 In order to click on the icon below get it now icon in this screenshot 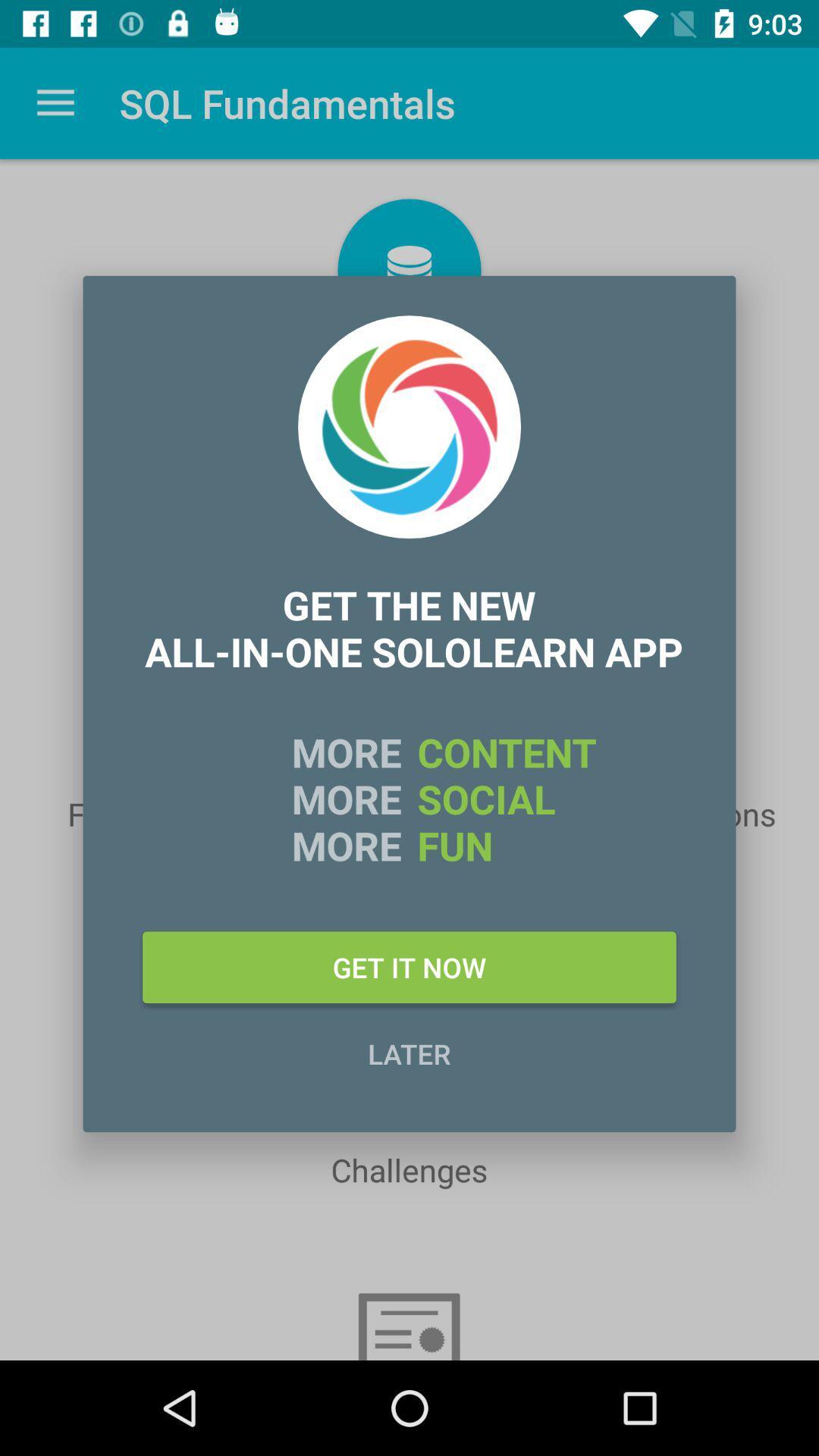, I will do `click(409, 1053)`.